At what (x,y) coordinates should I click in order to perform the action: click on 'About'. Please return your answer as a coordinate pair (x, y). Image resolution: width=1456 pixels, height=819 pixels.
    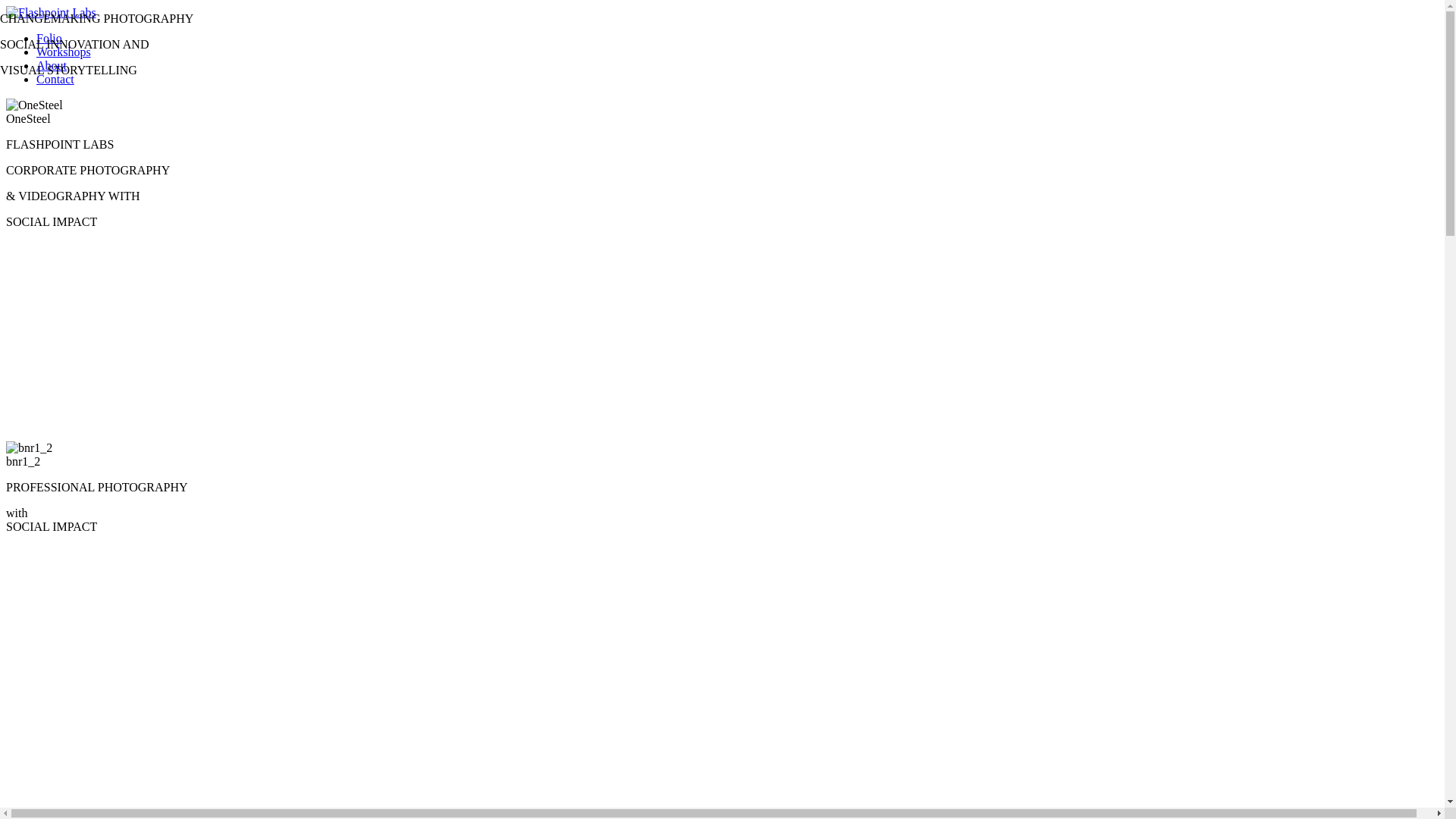
    Looking at the image, I should click on (51, 64).